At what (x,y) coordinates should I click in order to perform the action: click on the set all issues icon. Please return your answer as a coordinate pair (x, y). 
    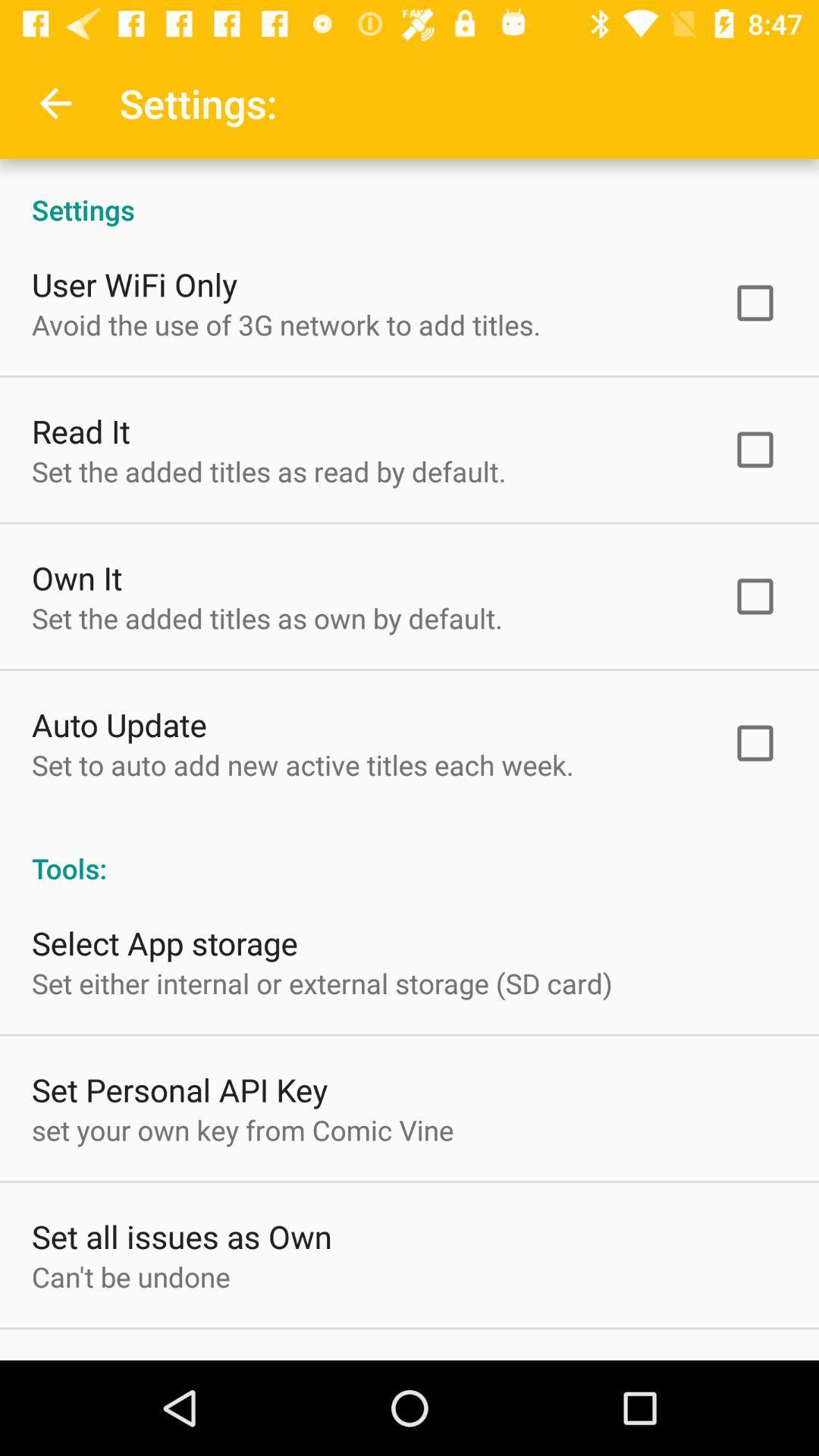
    Looking at the image, I should click on (180, 1236).